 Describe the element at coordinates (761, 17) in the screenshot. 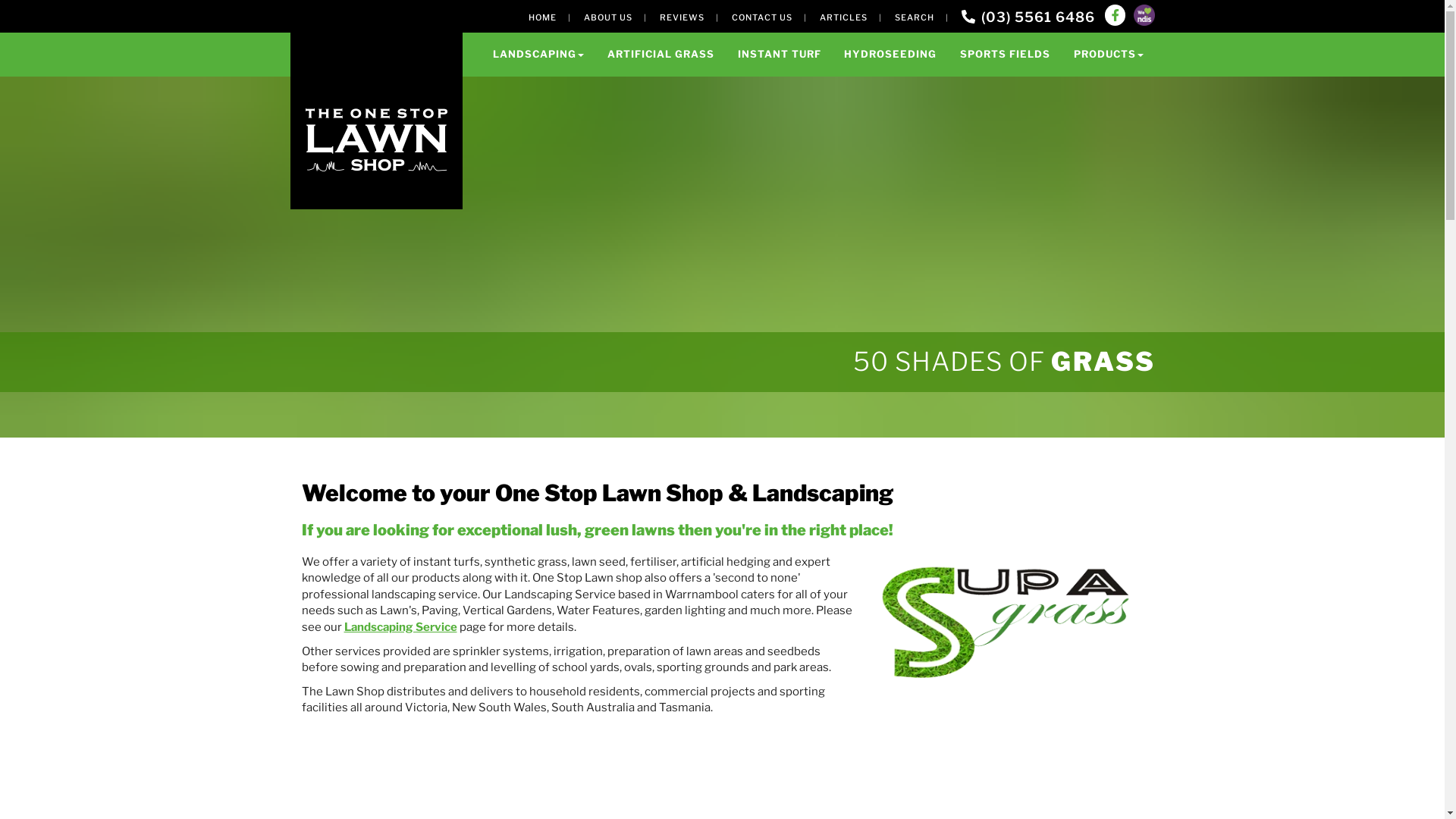

I see `'CONTACT US'` at that location.